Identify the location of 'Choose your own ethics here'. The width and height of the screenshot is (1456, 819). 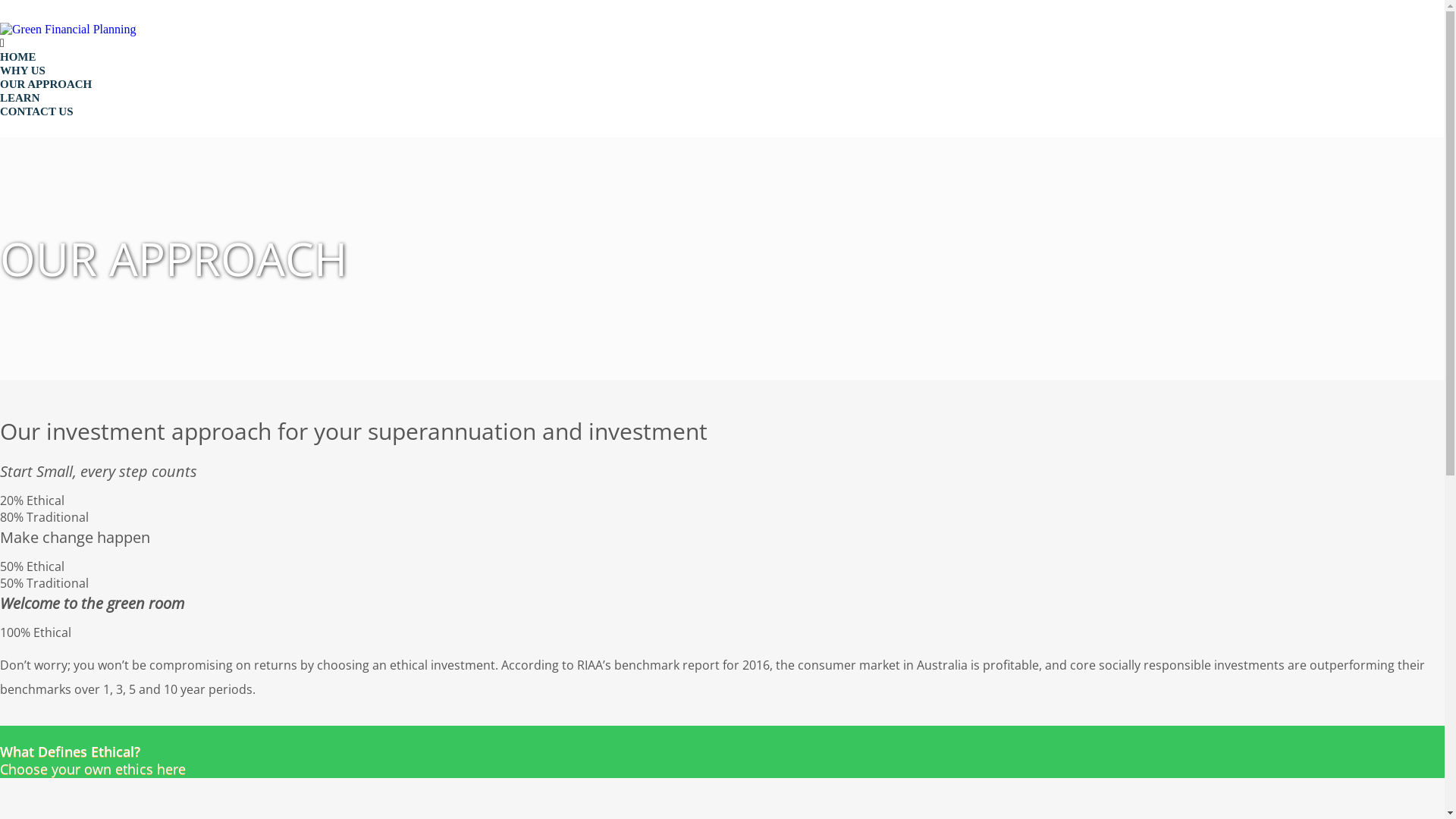
(0, 752).